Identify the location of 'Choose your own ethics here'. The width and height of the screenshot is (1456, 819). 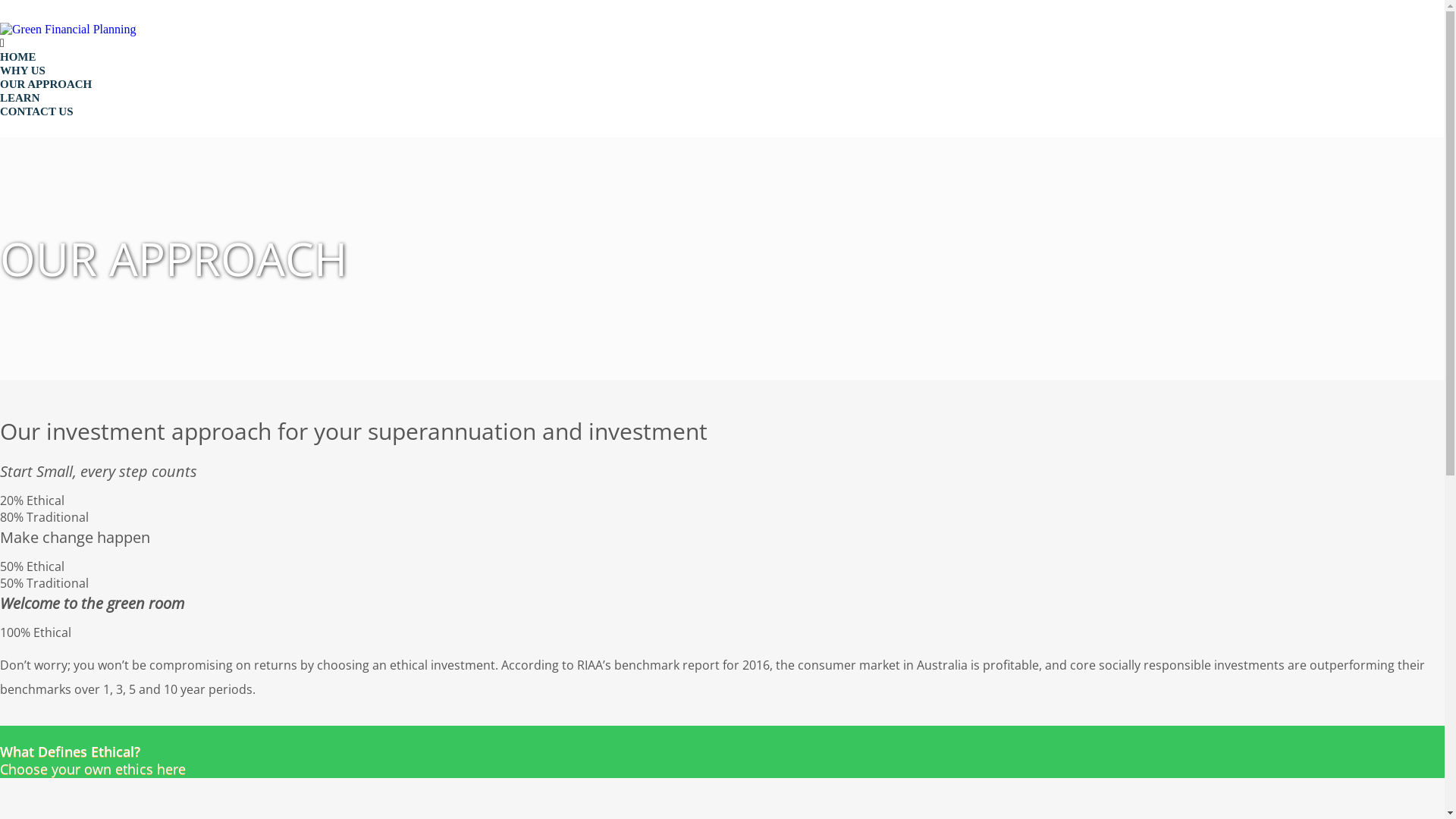
(0, 752).